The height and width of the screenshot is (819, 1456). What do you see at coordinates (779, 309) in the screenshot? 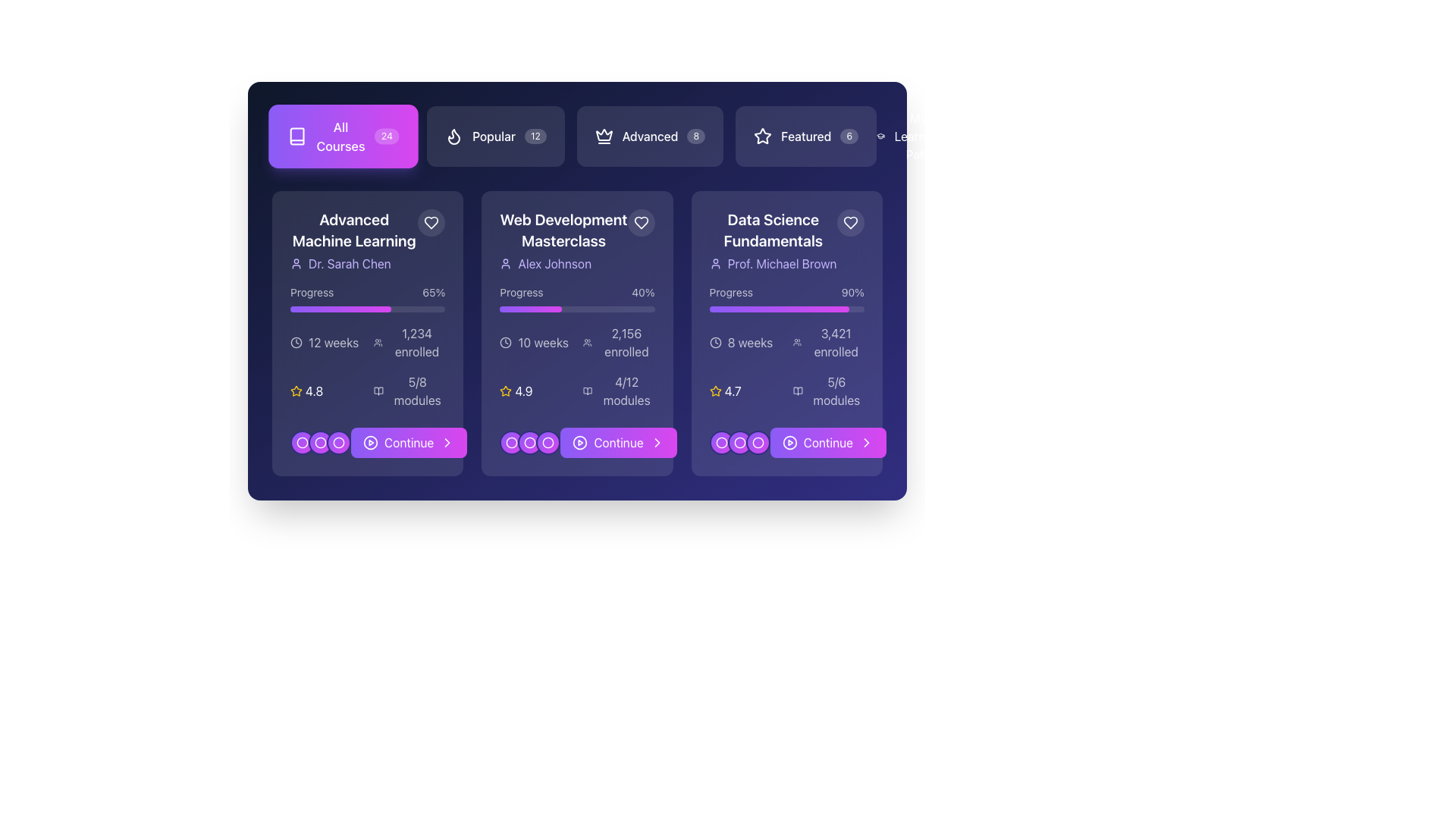
I see `the visual representation of the progress bar located in the 'Progress' subsection of the 'Data Science Fundamentals' card within the course overview section` at bounding box center [779, 309].